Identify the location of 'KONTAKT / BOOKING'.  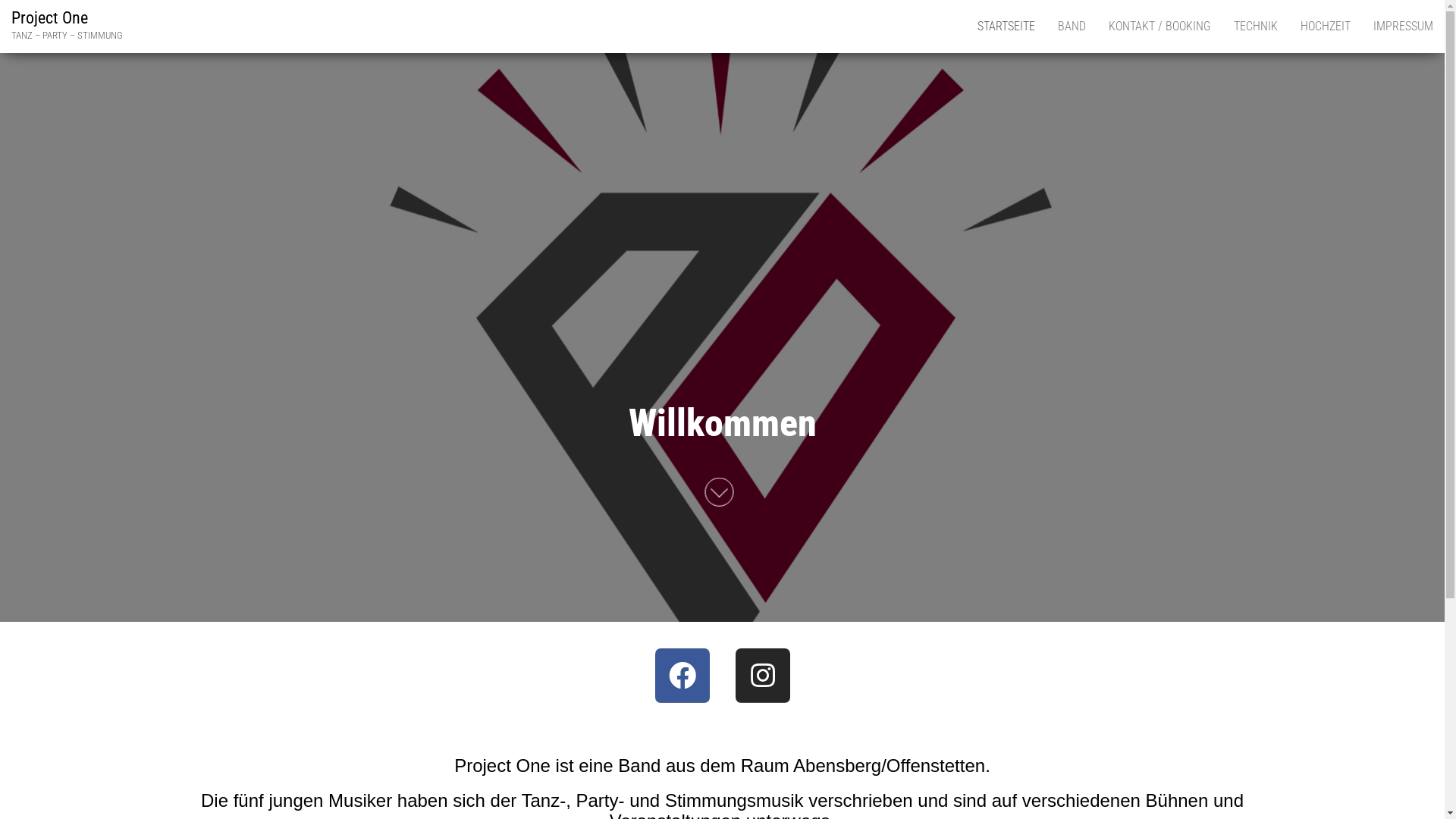
(1159, 26).